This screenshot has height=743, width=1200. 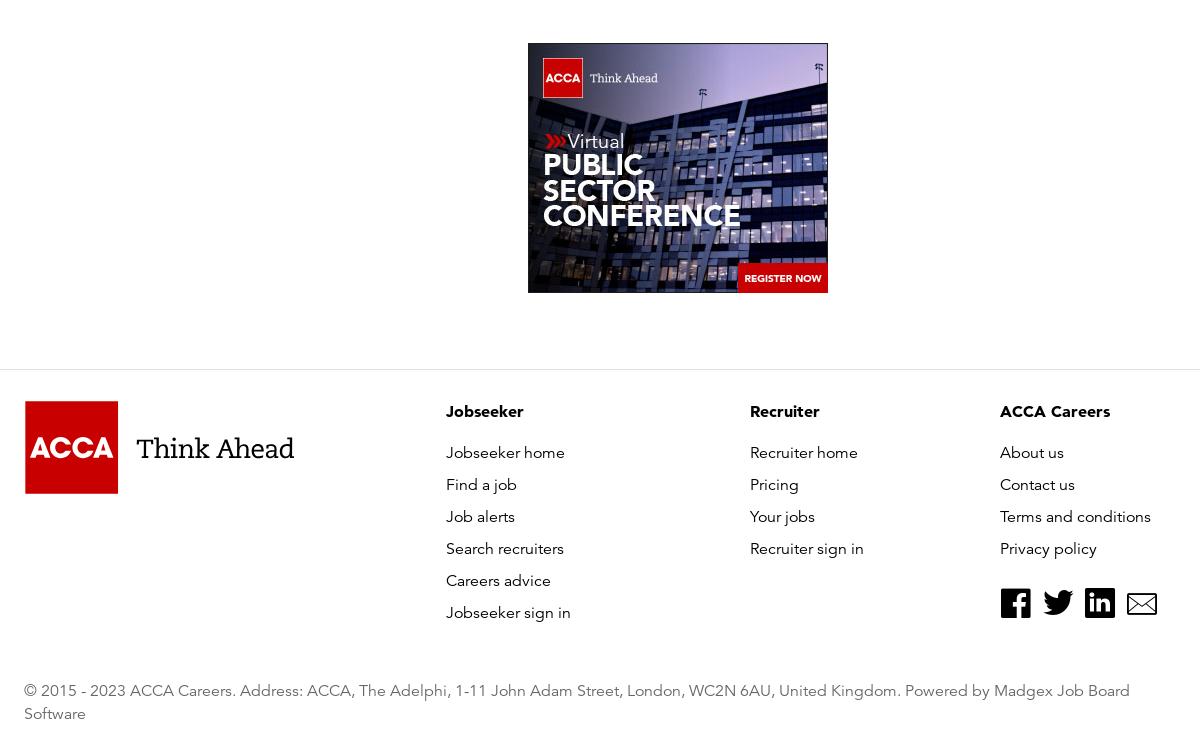 What do you see at coordinates (497, 581) in the screenshot?
I see `'Careers advice'` at bounding box center [497, 581].